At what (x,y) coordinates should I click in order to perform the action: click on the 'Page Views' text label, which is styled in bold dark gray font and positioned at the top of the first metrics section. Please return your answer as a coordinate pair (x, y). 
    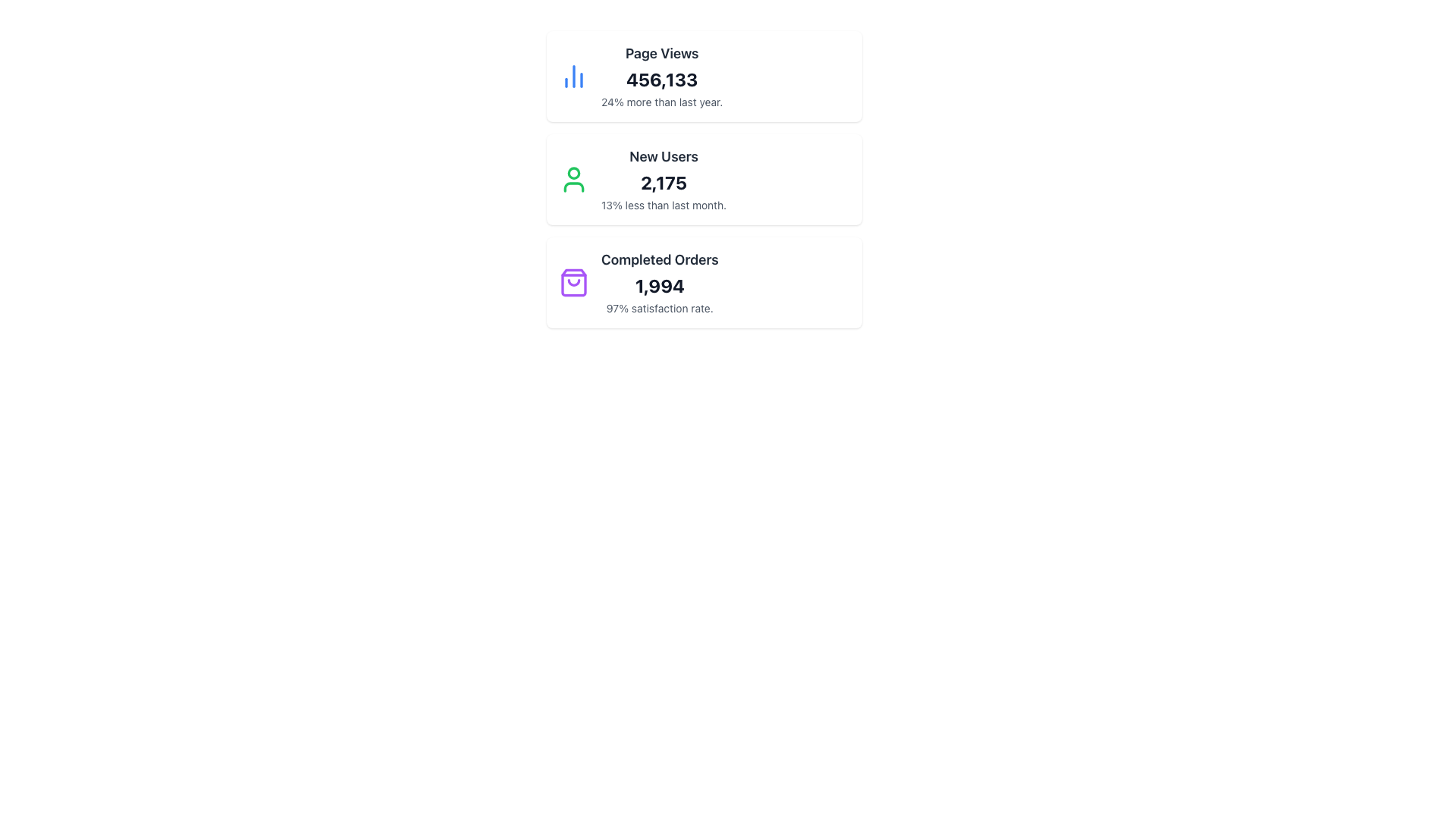
    Looking at the image, I should click on (662, 52).